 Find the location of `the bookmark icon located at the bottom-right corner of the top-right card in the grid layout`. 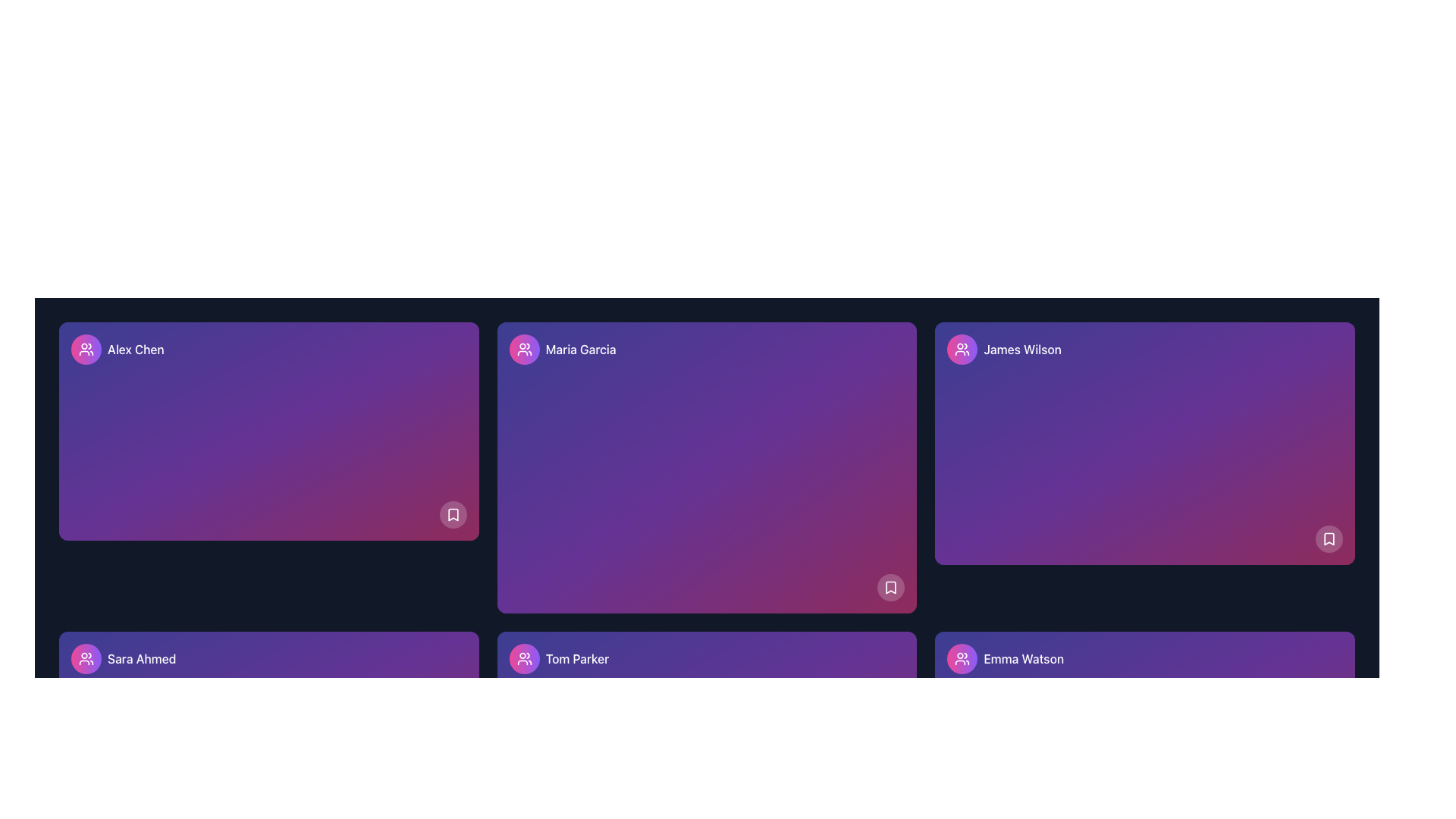

the bookmark icon located at the bottom-right corner of the top-right card in the grid layout is located at coordinates (452, 513).